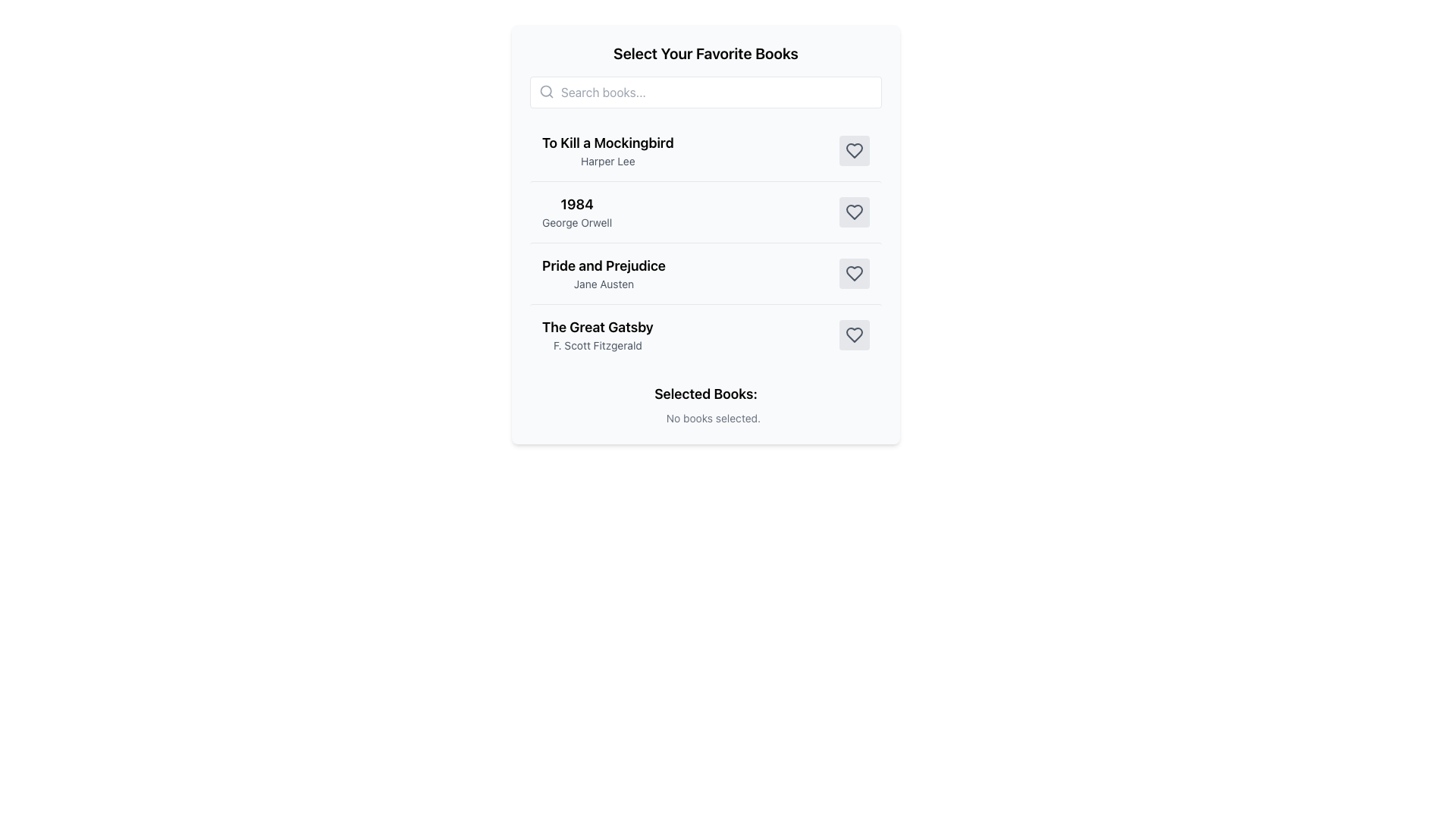 This screenshot has height=819, width=1456. I want to click on the selection icon button located at the right side of the row containing 'The Great Gatsby' and 'F. Scott Fitzgerald', so click(855, 334).